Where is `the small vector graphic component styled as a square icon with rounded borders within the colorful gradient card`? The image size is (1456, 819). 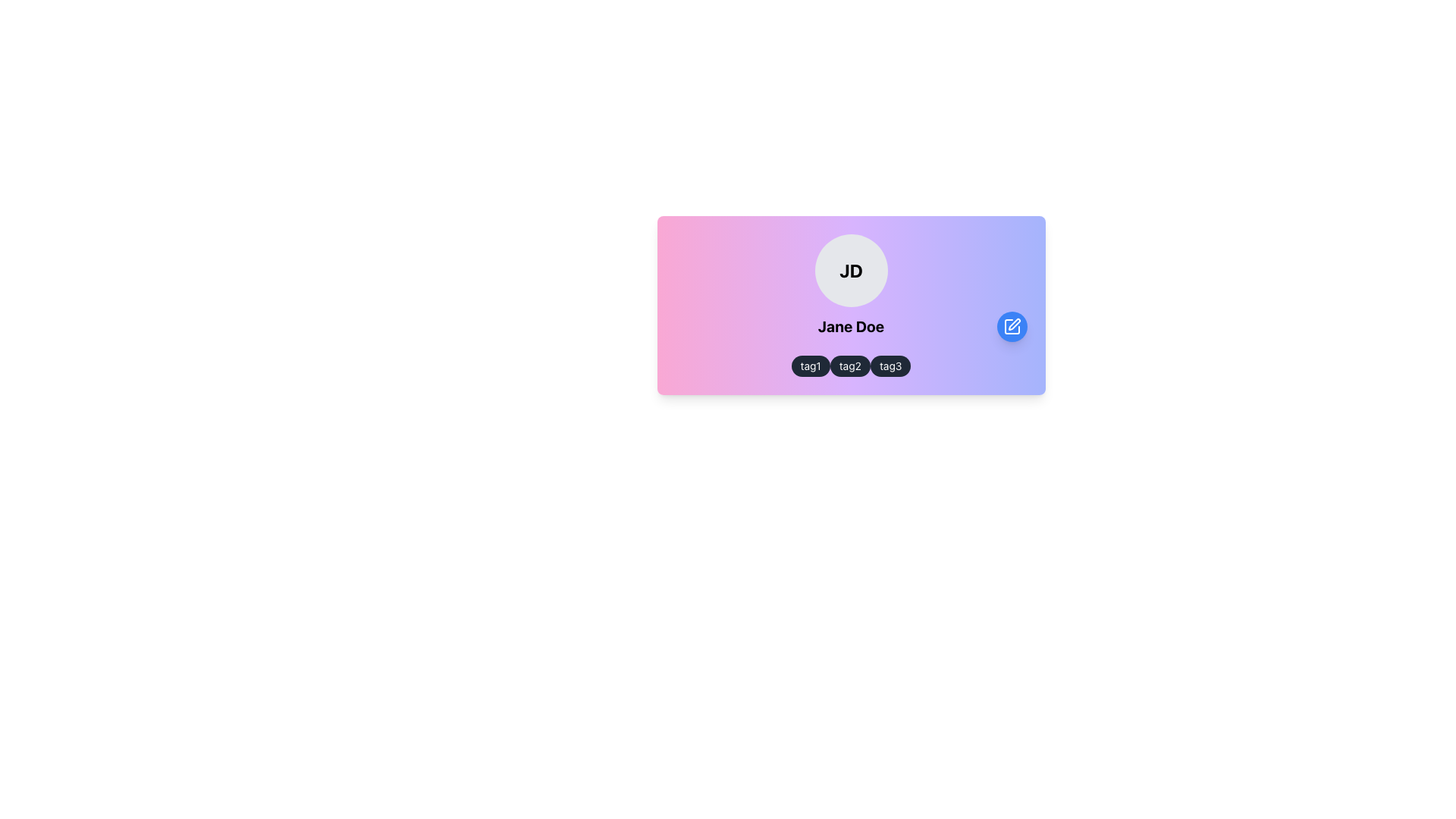
the small vector graphic component styled as a square icon with rounded borders within the colorful gradient card is located at coordinates (1012, 326).